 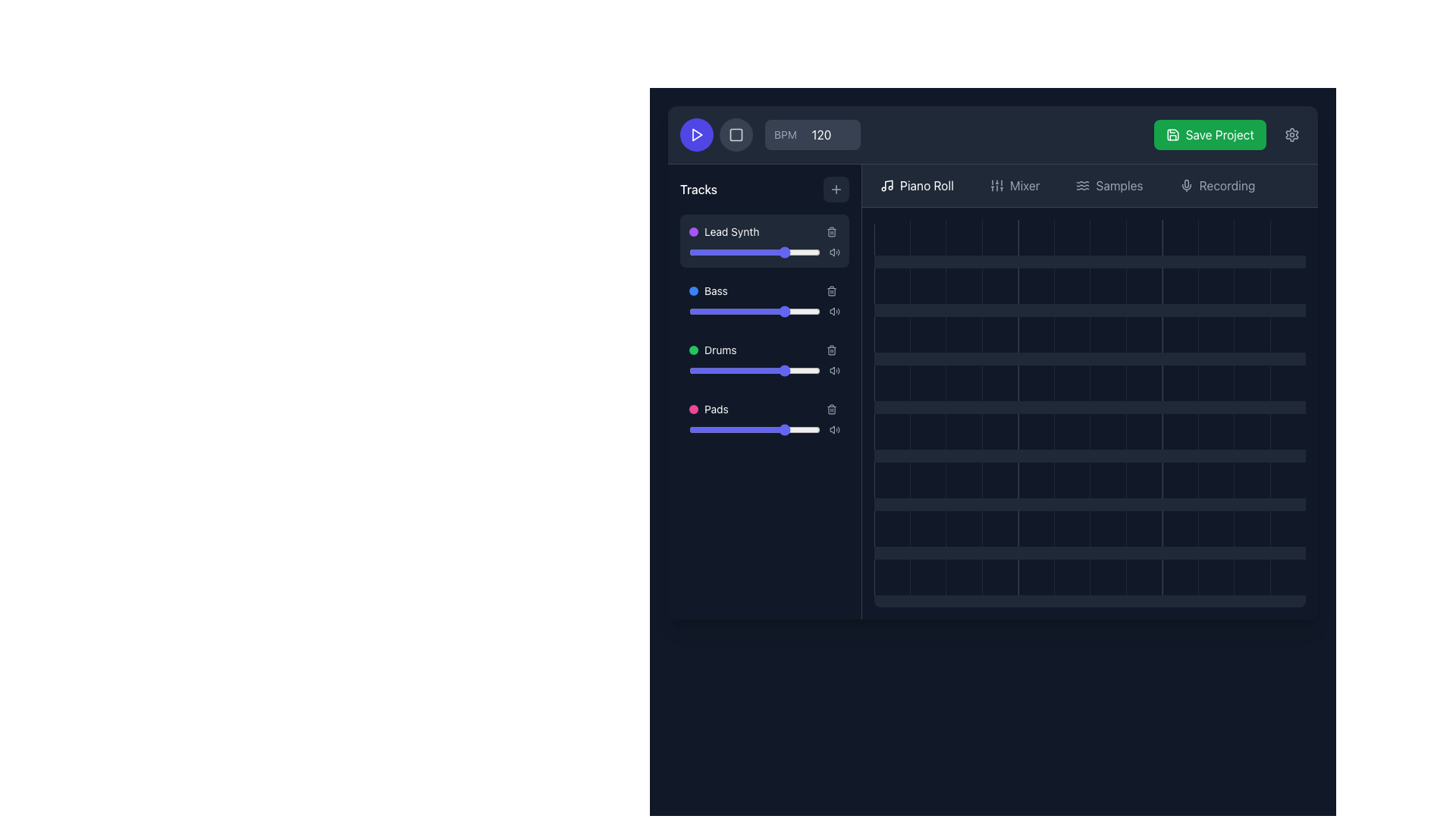 What do you see at coordinates (963, 237) in the screenshot?
I see `the square-shaped grid cell located in the third column of the first row with a dark gray background` at bounding box center [963, 237].